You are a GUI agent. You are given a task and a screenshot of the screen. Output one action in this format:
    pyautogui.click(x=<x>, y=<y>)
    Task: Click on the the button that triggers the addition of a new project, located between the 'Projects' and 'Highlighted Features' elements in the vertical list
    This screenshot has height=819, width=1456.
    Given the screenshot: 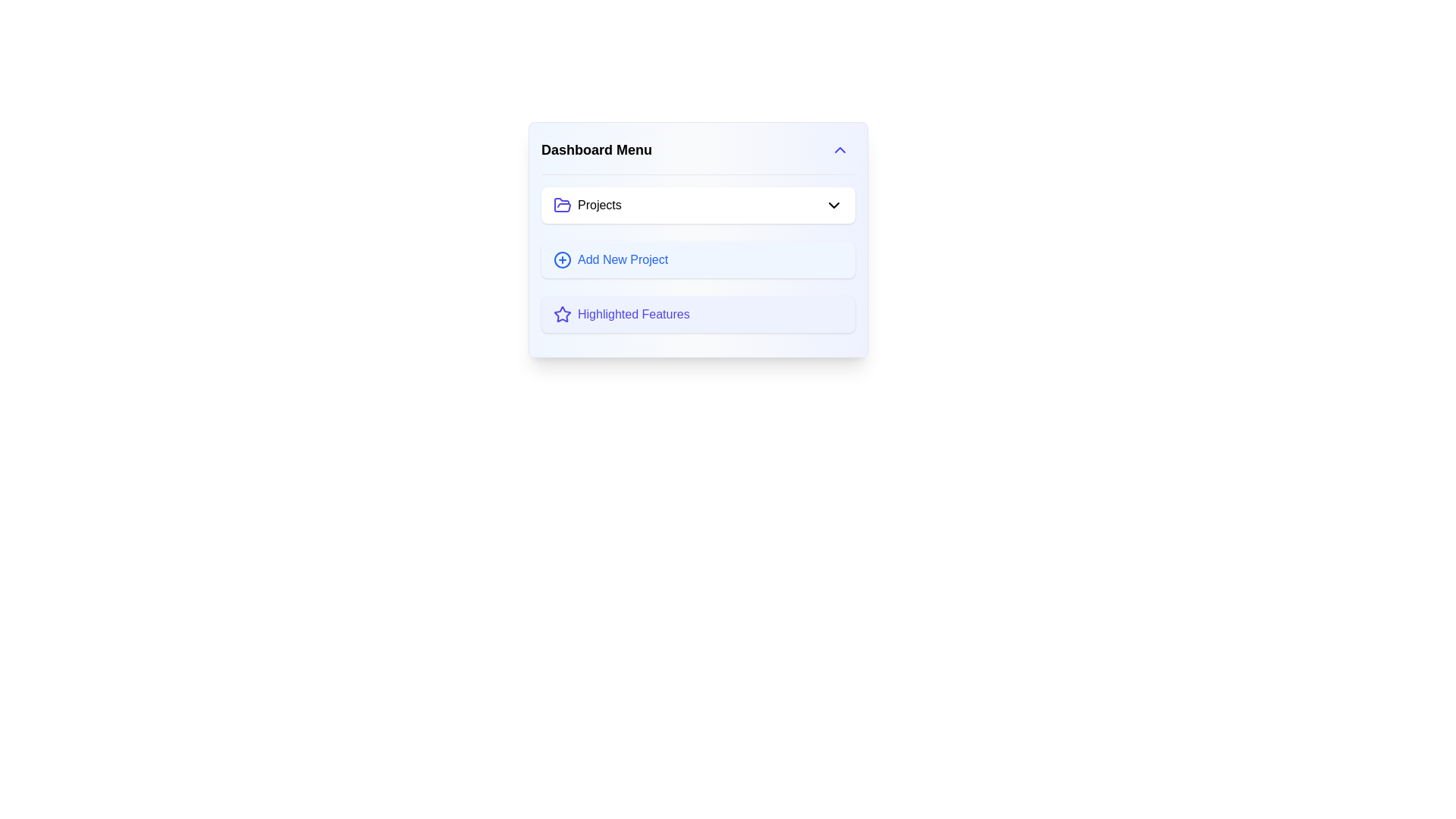 What is the action you would take?
    pyautogui.click(x=698, y=259)
    